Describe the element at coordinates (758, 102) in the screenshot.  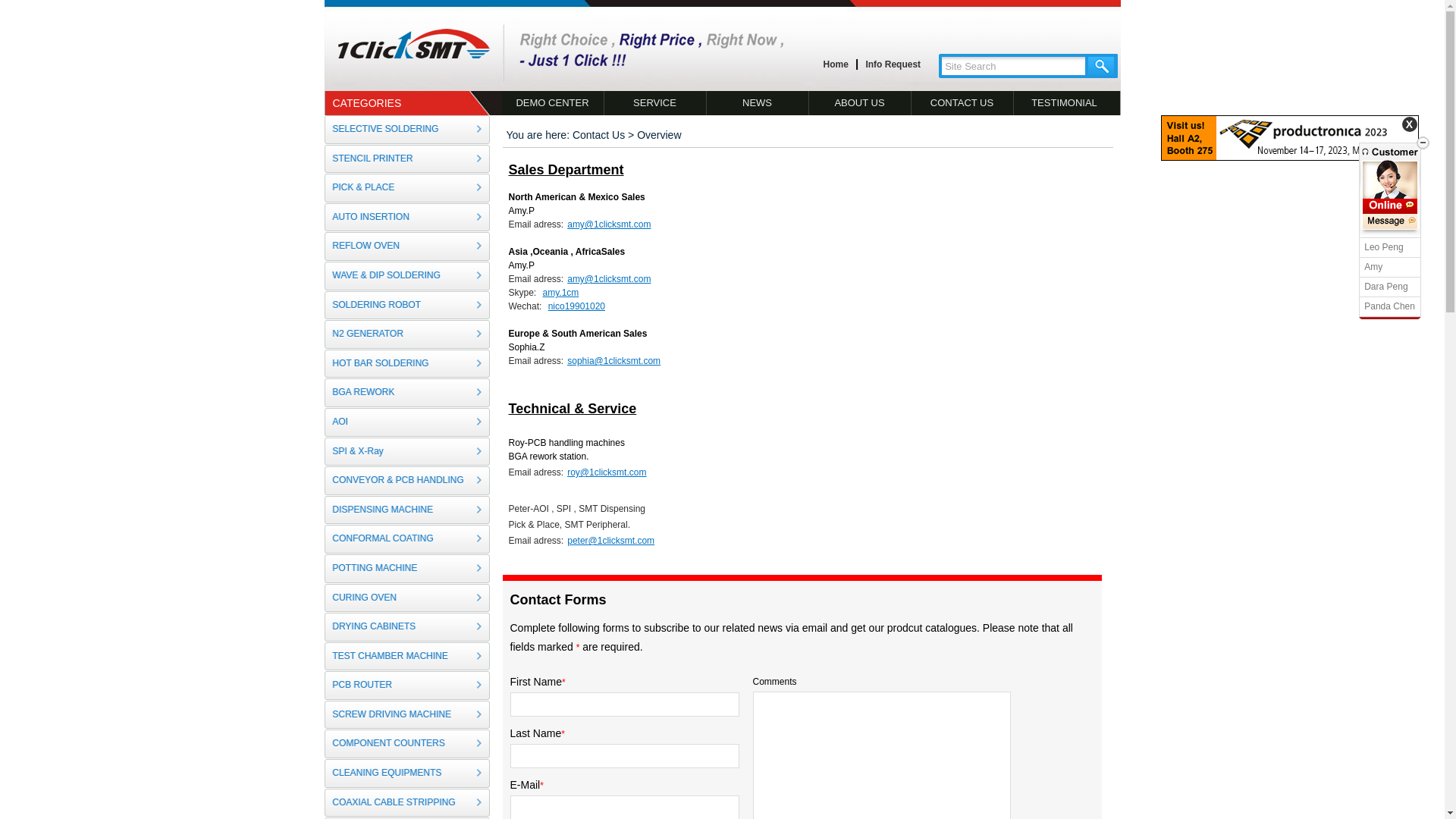
I see `'NEWS'` at that location.